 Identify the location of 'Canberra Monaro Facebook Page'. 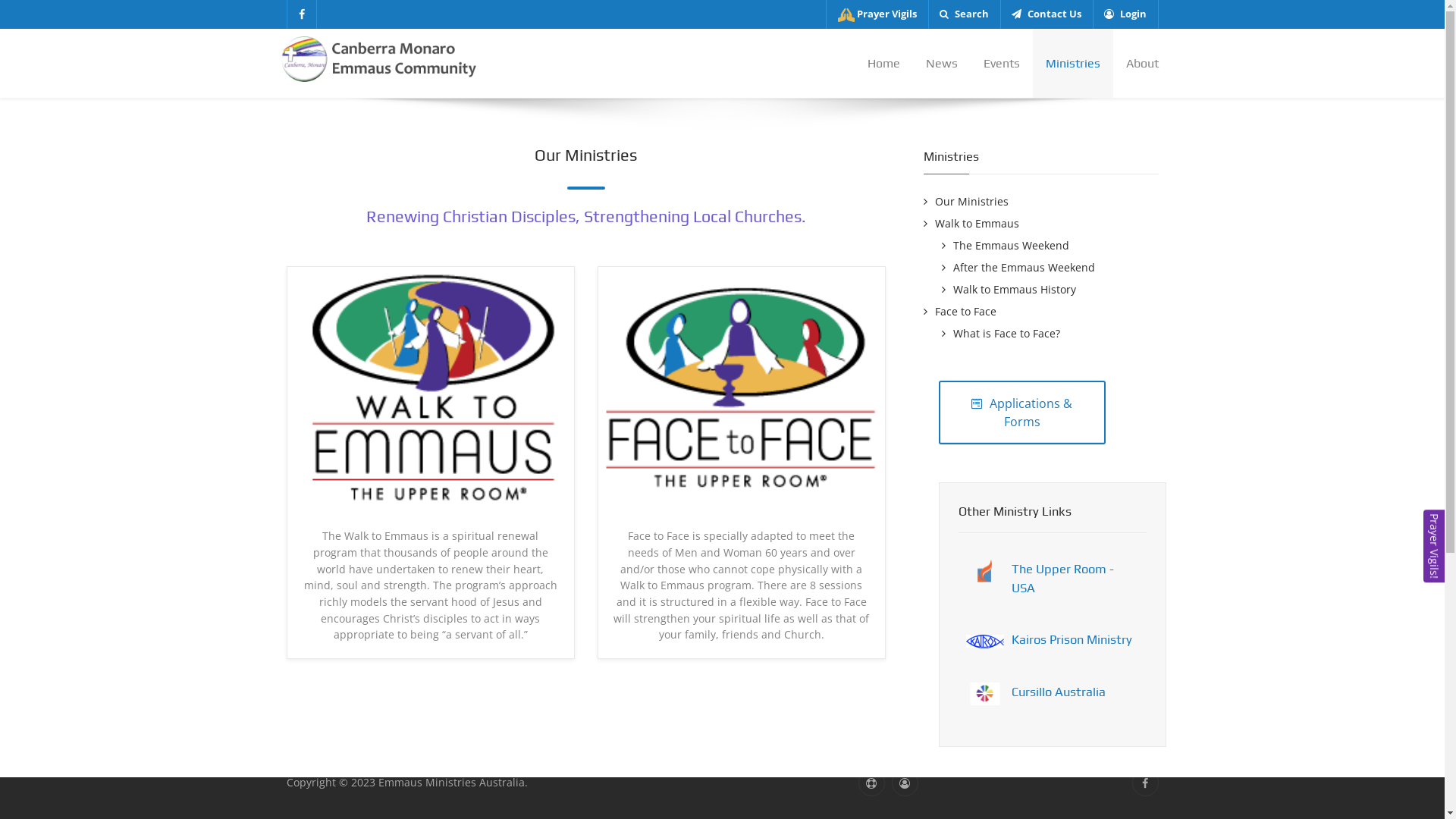
(302, 14).